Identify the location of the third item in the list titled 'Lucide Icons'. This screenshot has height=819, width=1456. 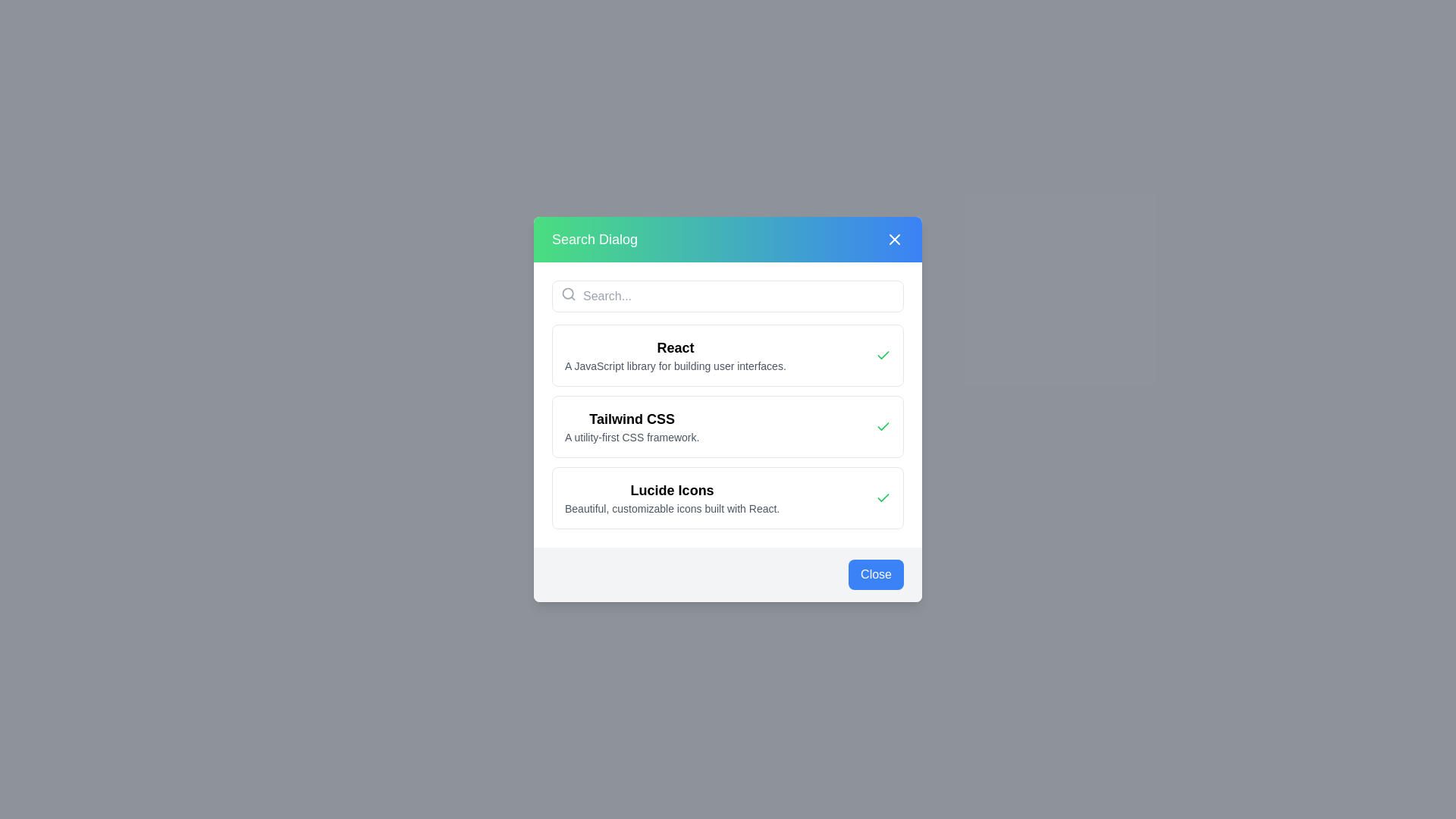
(728, 497).